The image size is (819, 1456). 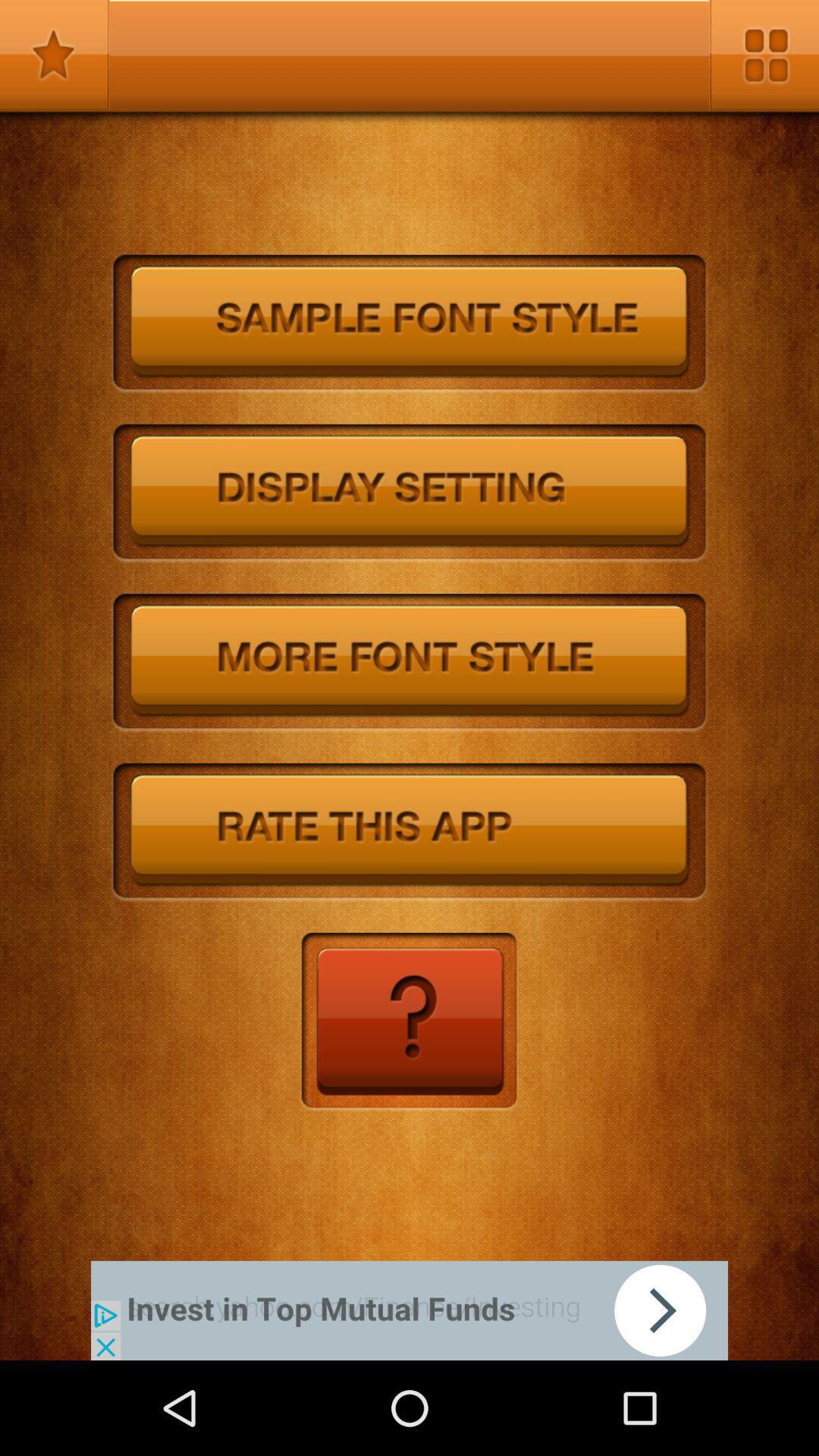 I want to click on question button, so click(x=408, y=1022).